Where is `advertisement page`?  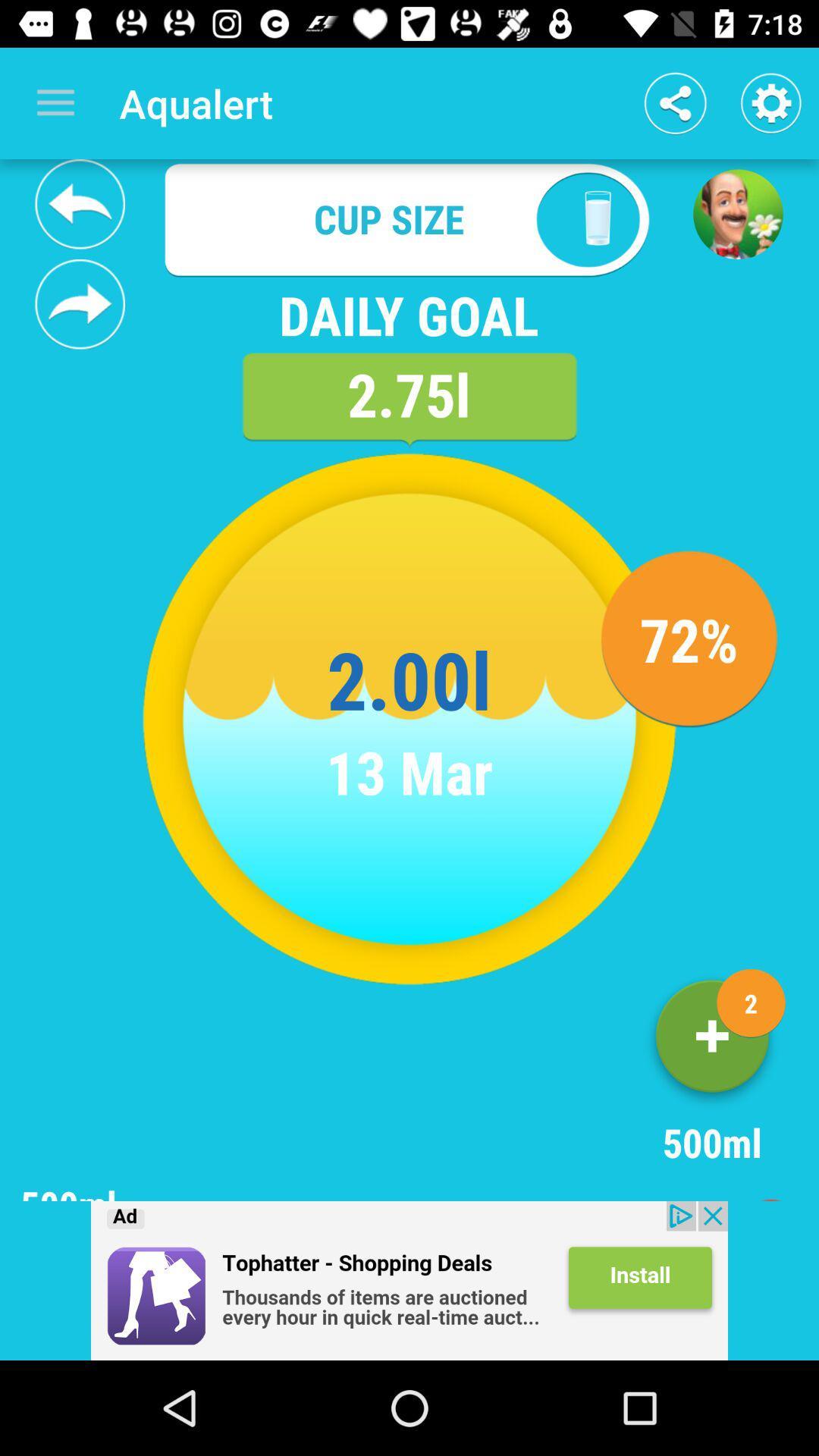 advertisement page is located at coordinates (737, 213).